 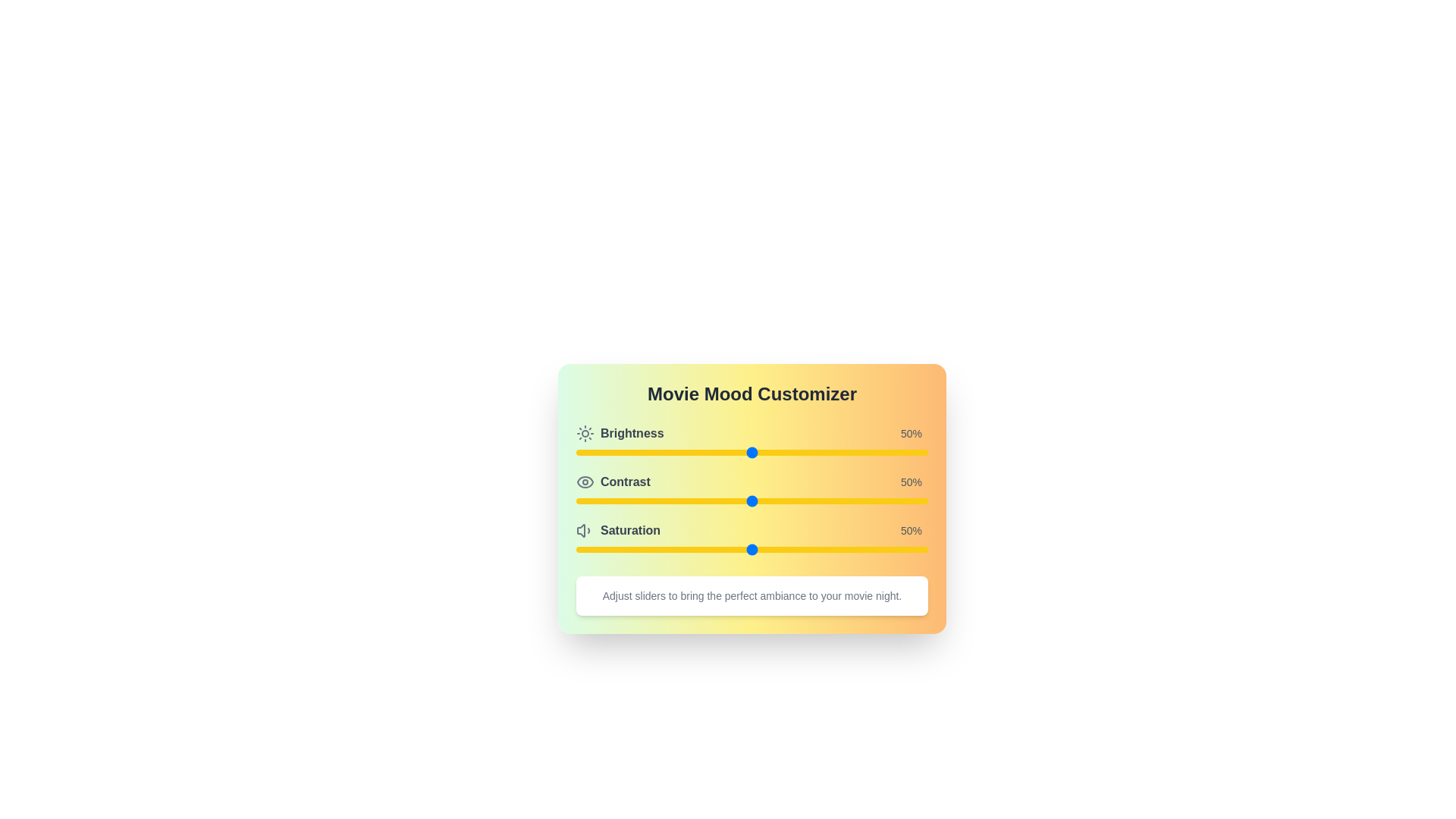 What do you see at coordinates (585, 433) in the screenshot?
I see `the brightness icon located in the top-left corner of the brightness section in the UI card` at bounding box center [585, 433].